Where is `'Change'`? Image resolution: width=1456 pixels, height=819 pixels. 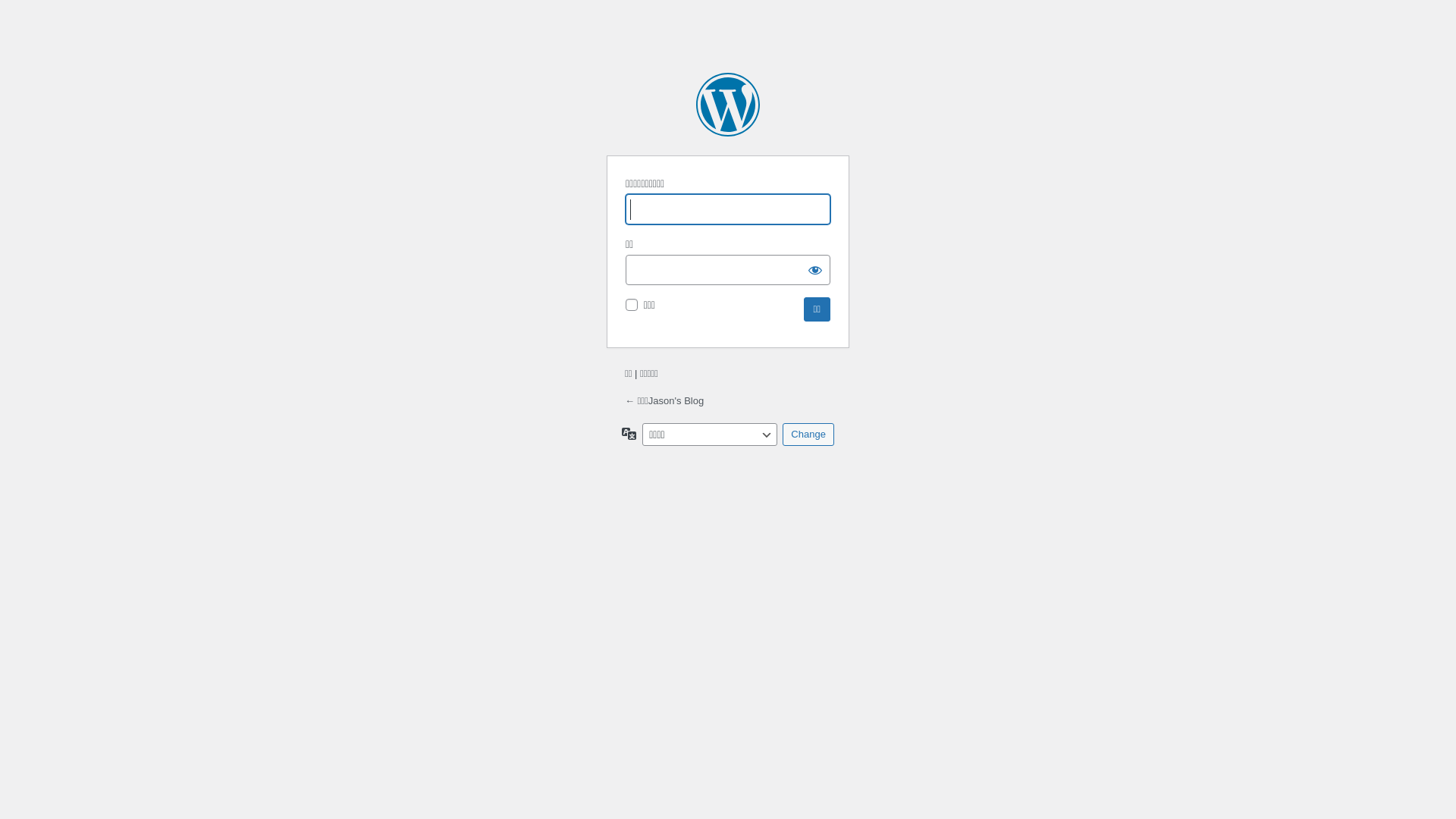 'Change' is located at coordinates (807, 435).